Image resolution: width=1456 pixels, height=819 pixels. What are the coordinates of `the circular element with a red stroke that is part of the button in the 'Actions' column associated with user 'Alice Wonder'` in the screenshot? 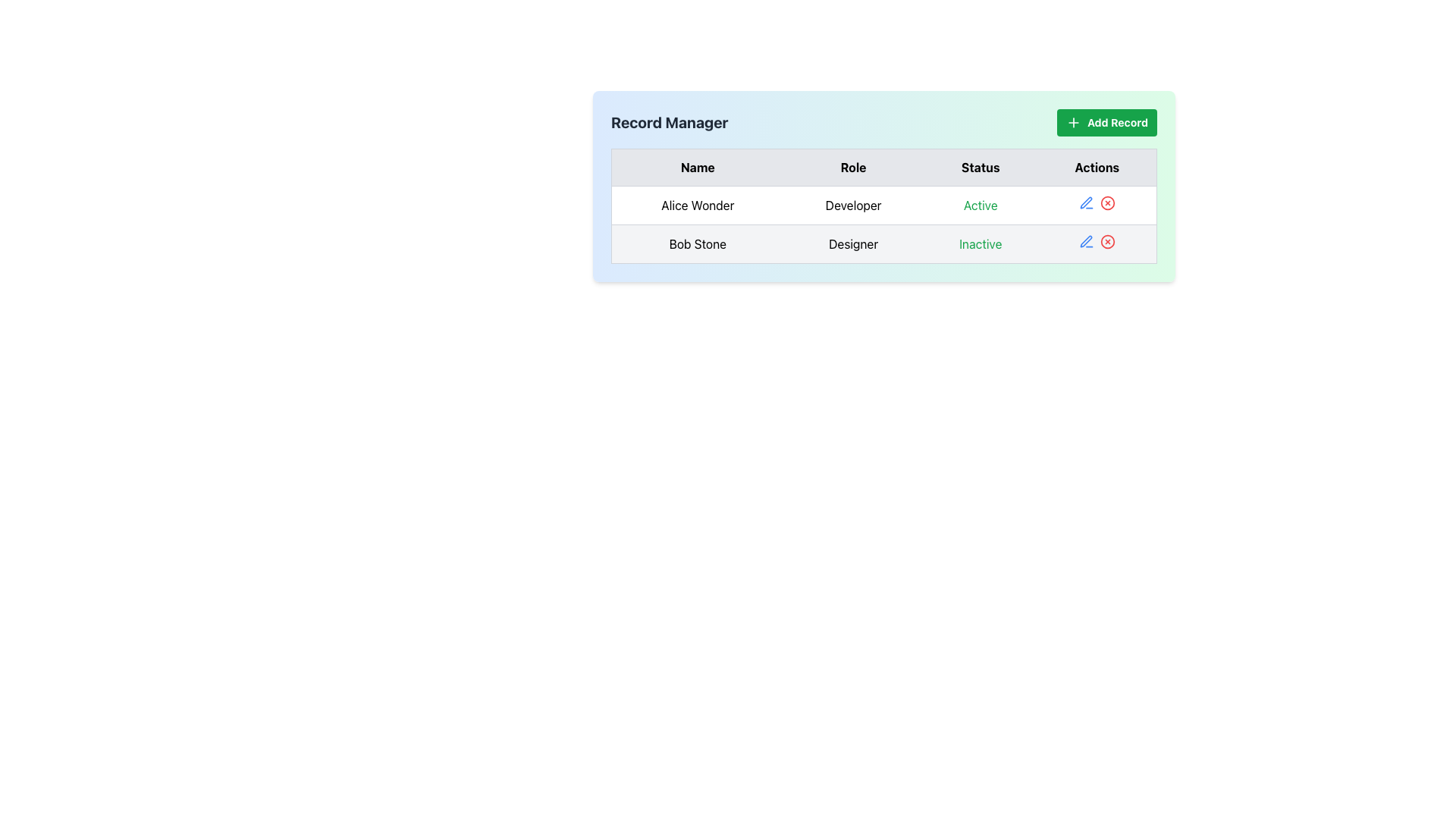 It's located at (1107, 202).